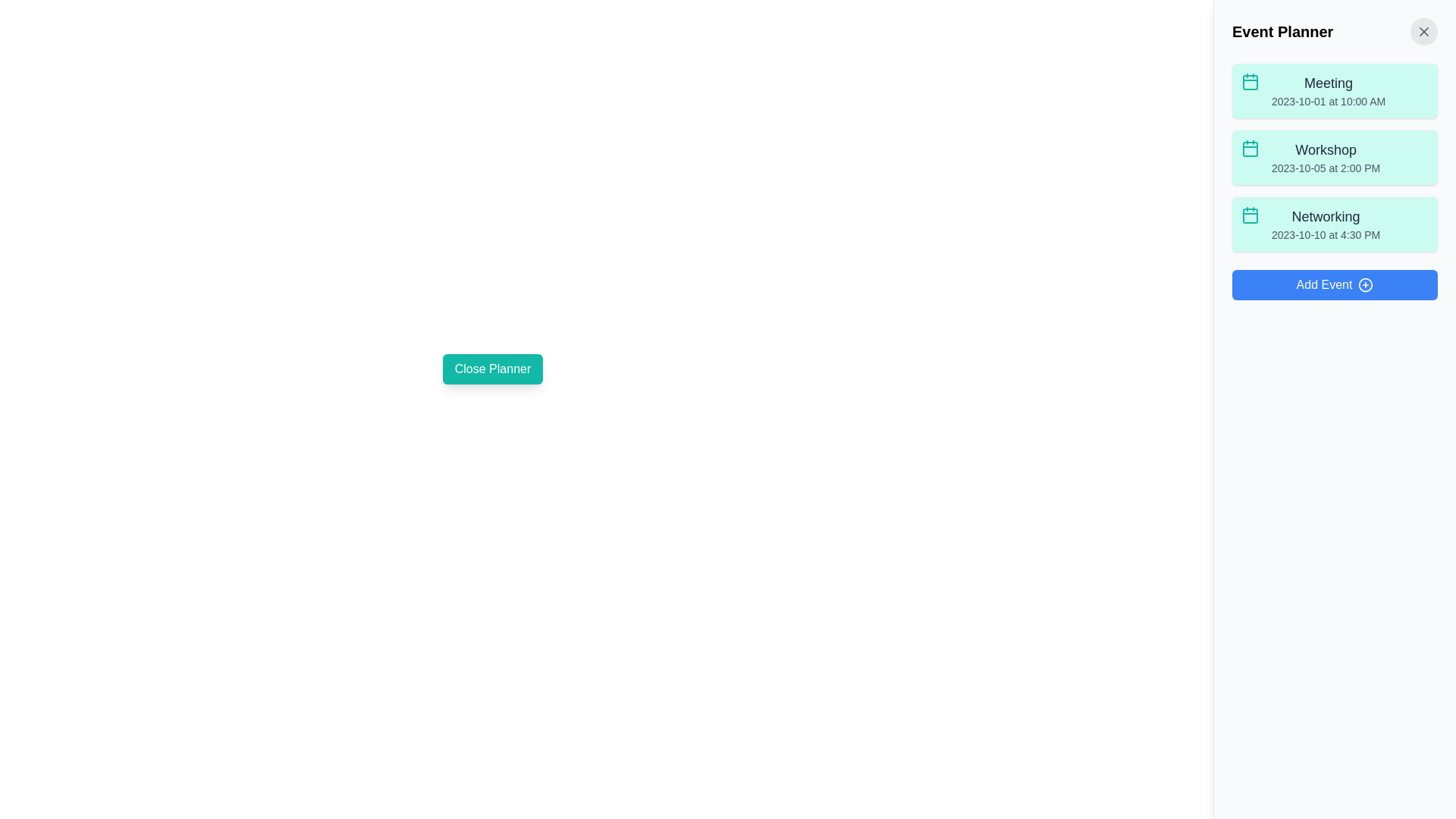  What do you see at coordinates (1325, 158) in the screenshot?
I see `the 'Workshop' event list item` at bounding box center [1325, 158].